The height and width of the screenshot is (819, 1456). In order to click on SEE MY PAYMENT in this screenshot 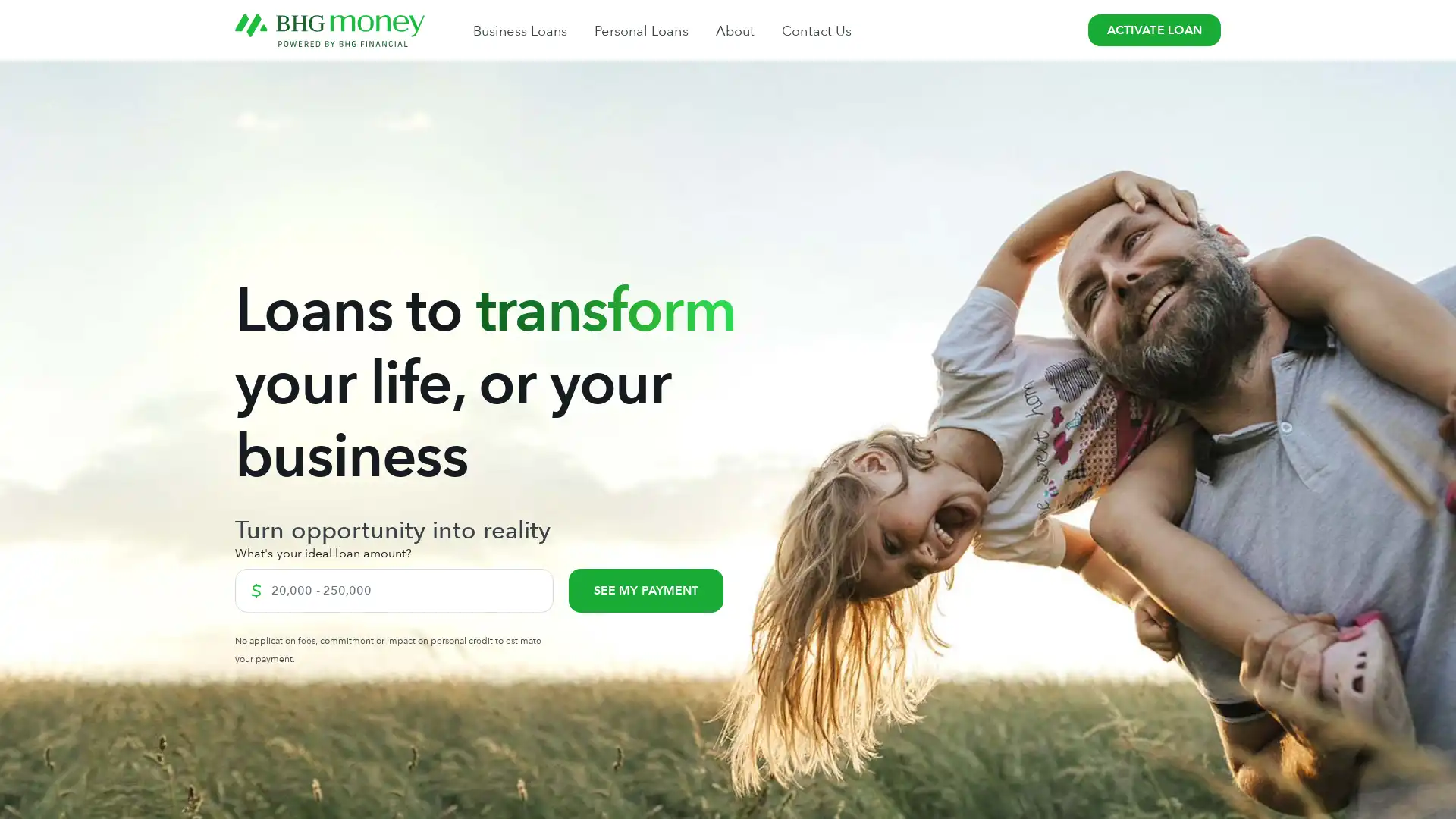, I will do `click(645, 590)`.